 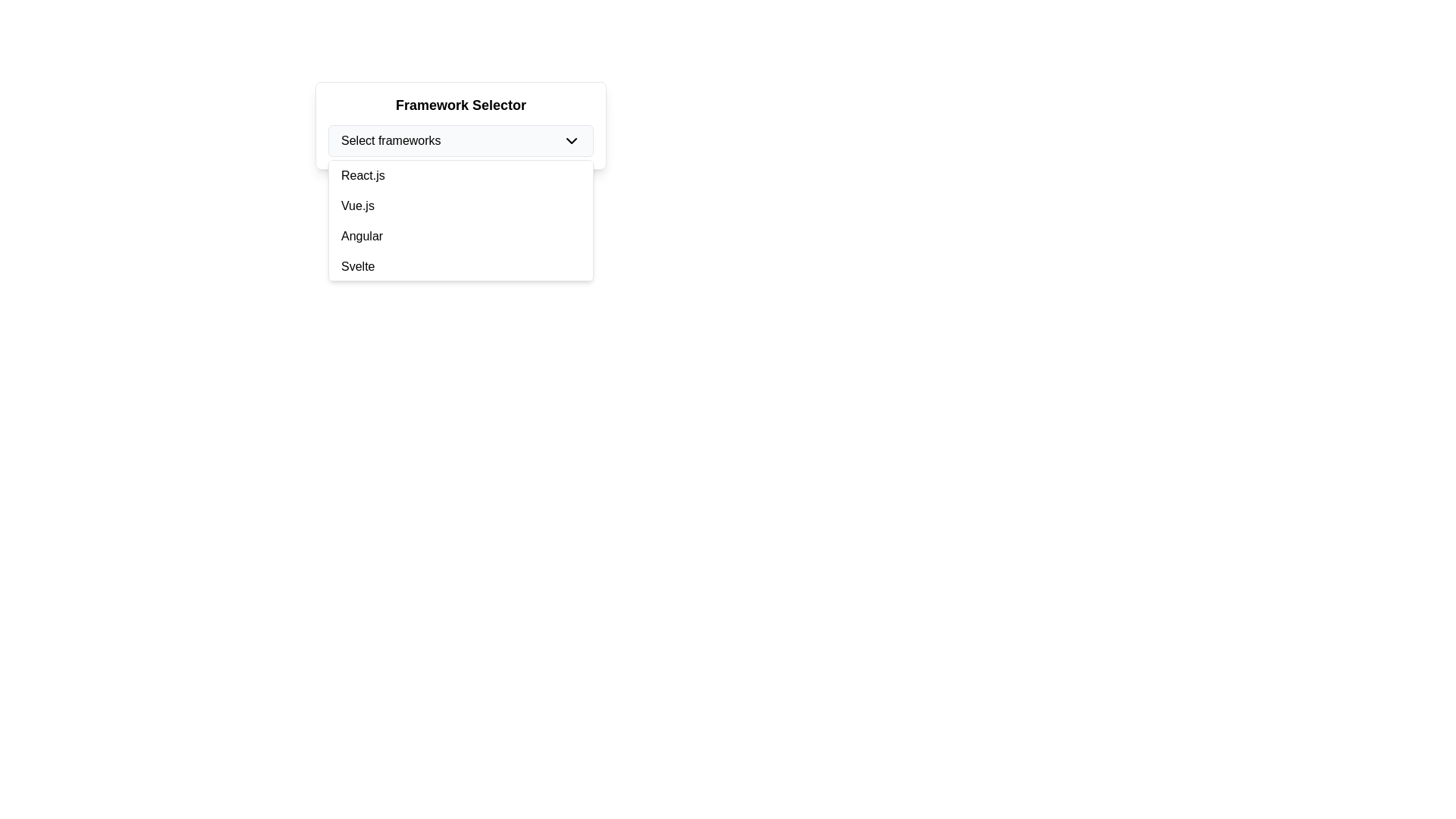 I want to click on the downward-pointing chevron icon on the right side of the 'Select frameworks' button, so click(x=570, y=140).